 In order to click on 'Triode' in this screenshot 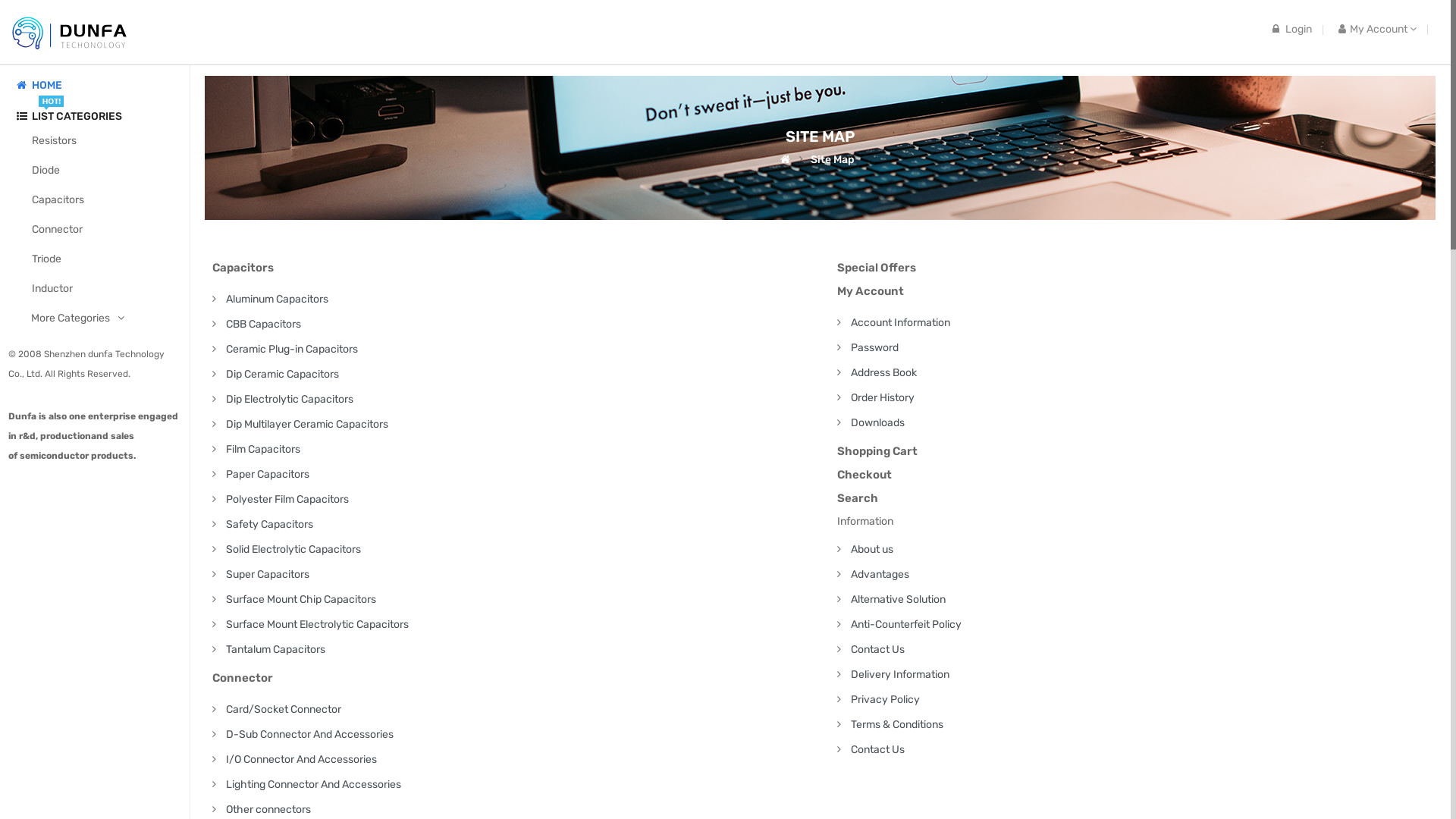, I will do `click(105, 258)`.